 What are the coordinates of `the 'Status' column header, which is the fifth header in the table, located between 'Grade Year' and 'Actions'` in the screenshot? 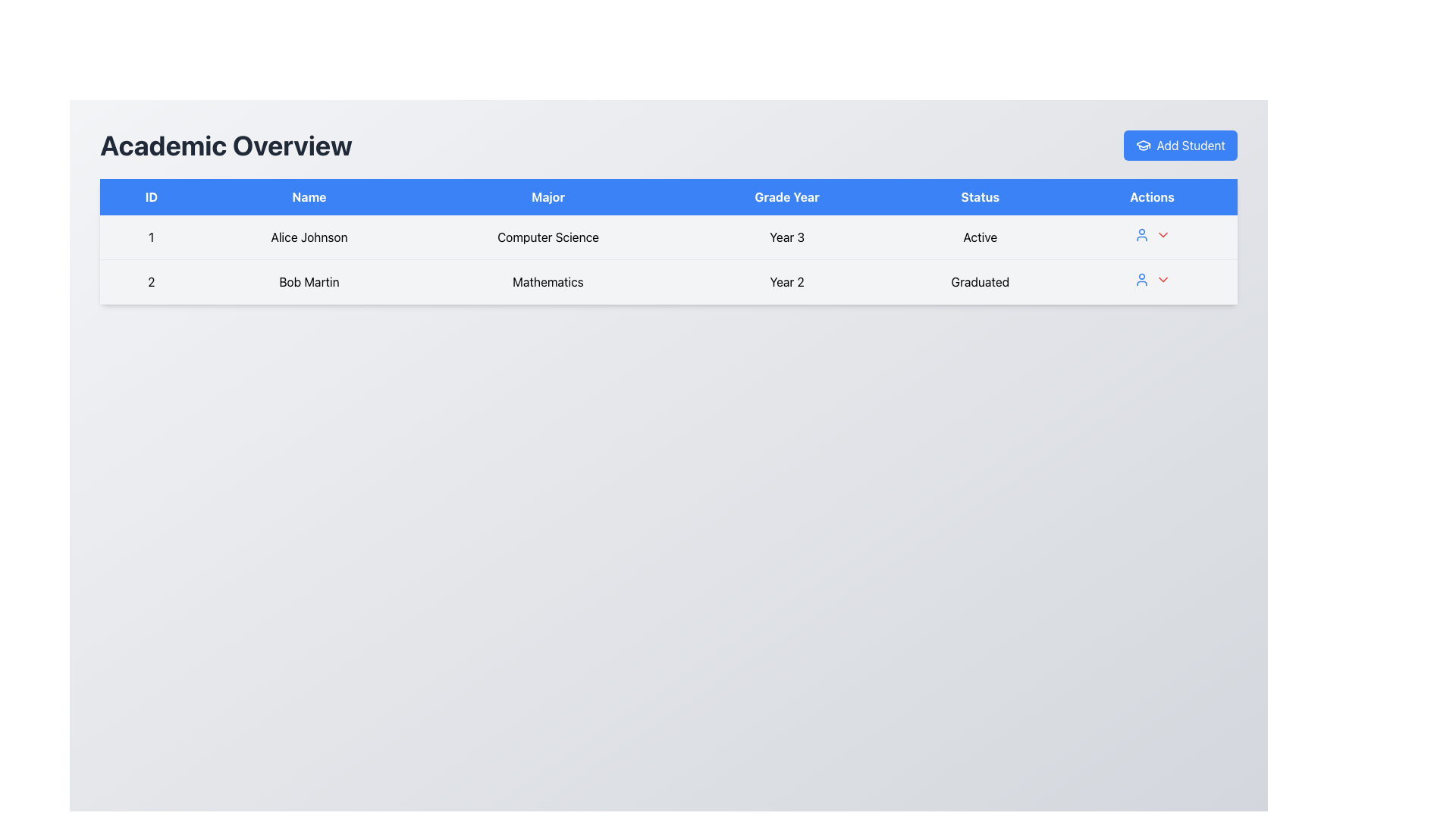 It's located at (980, 196).